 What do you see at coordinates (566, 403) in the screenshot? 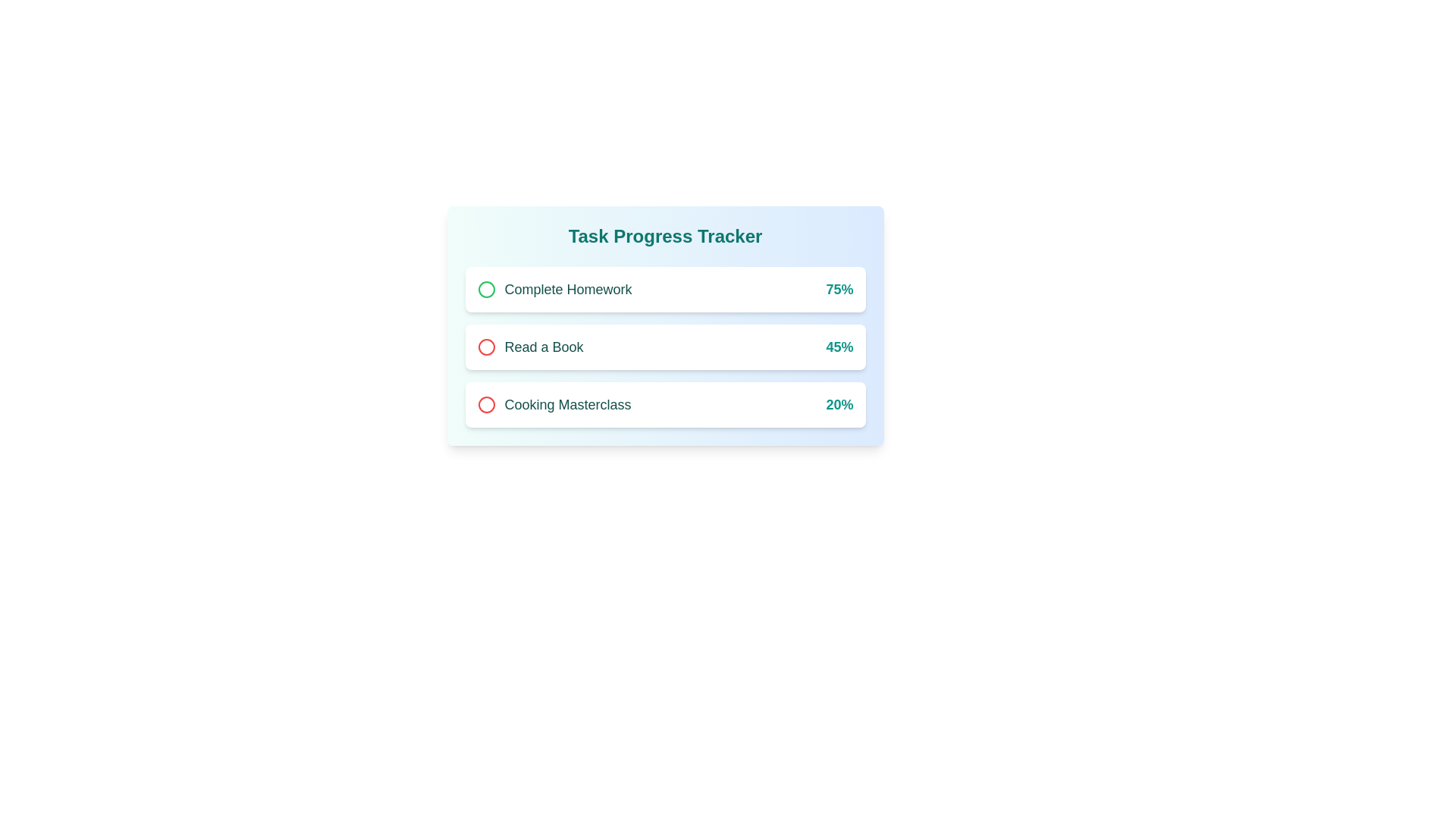
I see `the text label 'Cooking Masterclass', which is styled in a medium-large font size with a teal-green color and is located in the bottom section of a vertical stack in the center-right of the interface` at bounding box center [566, 403].